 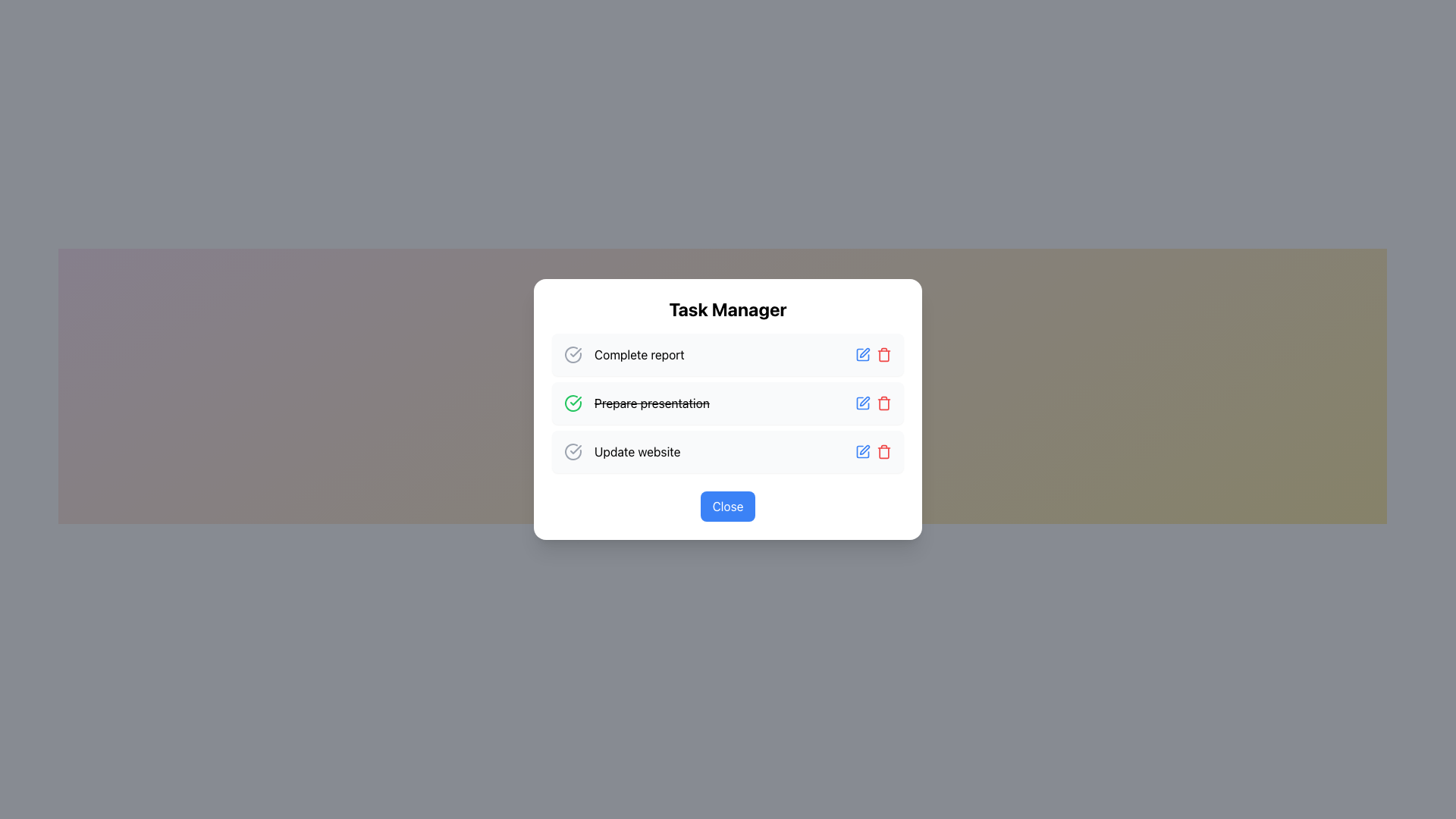 I want to click on the 'edit' button located in the bottom row of the task list for the 'Update website' task, so click(x=862, y=451).